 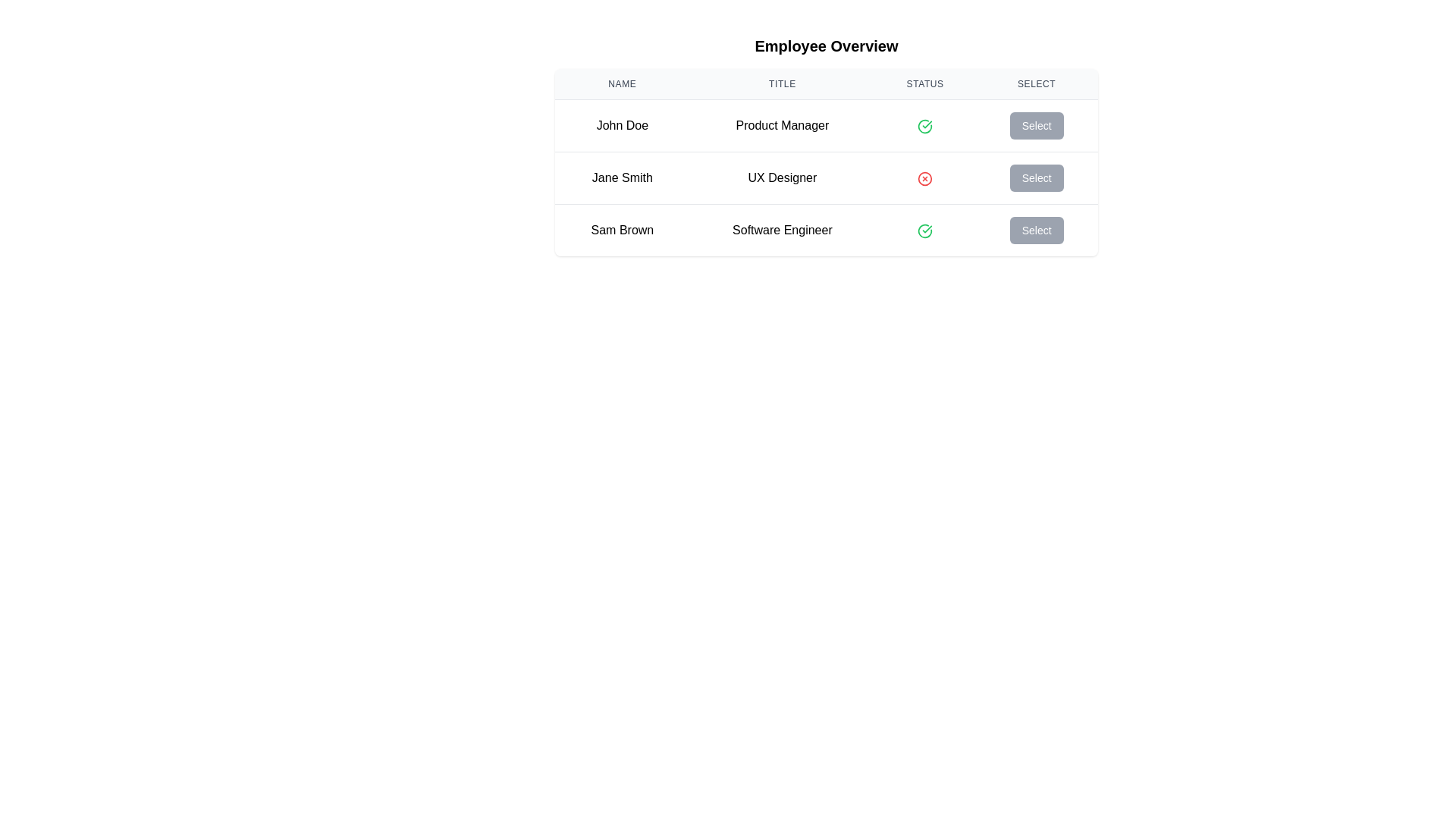 What do you see at coordinates (924, 230) in the screenshot?
I see `the circular green outlined icon with a checkmark indicating a positive status, located in the 'STATUS' column corresponding to the 'Sam Brown' row` at bounding box center [924, 230].